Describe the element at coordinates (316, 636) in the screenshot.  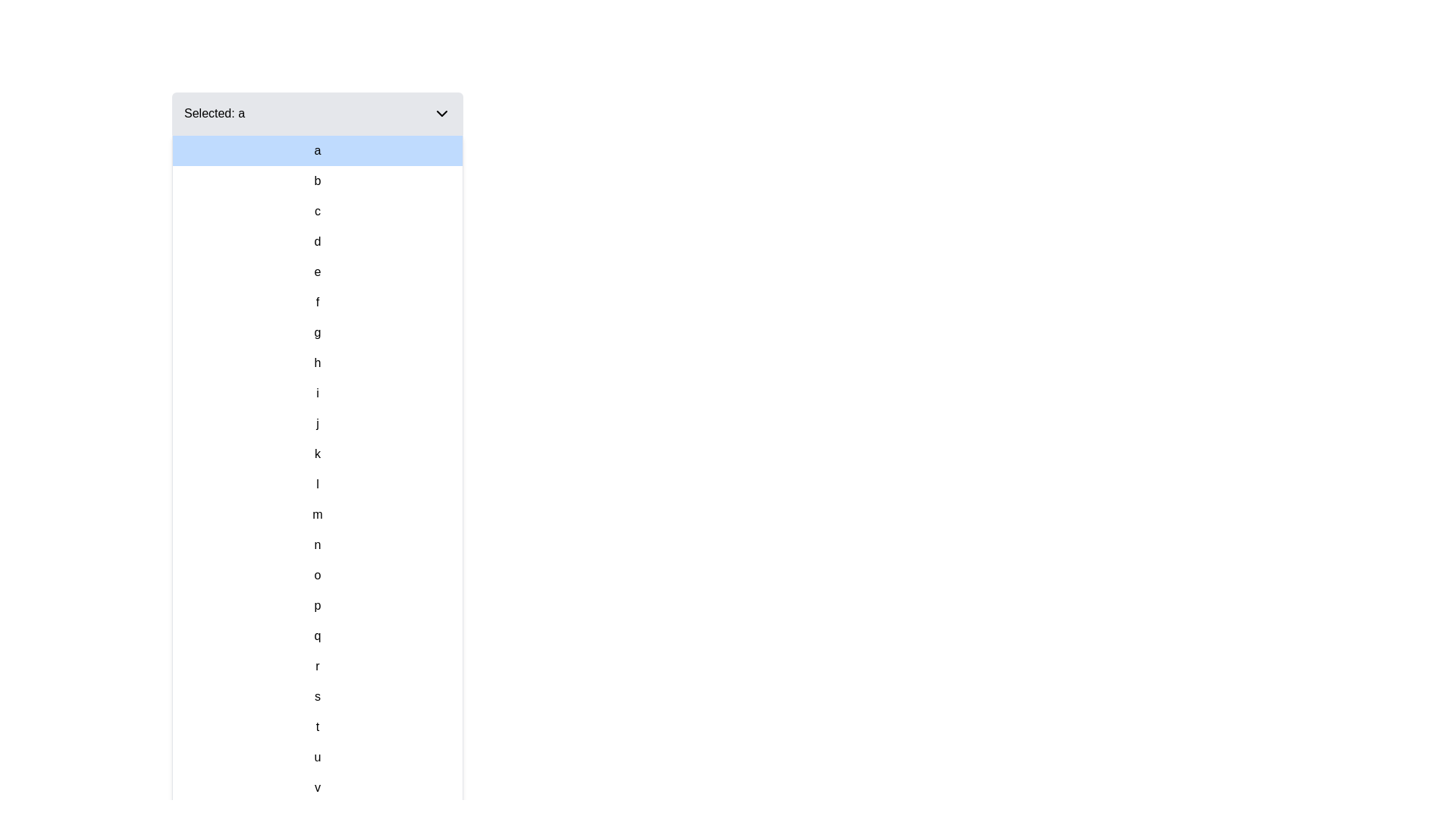
I see `the text entry 'q' displayed in the scrollable list, positioned at the 17th spot in the alphabetical order` at that location.